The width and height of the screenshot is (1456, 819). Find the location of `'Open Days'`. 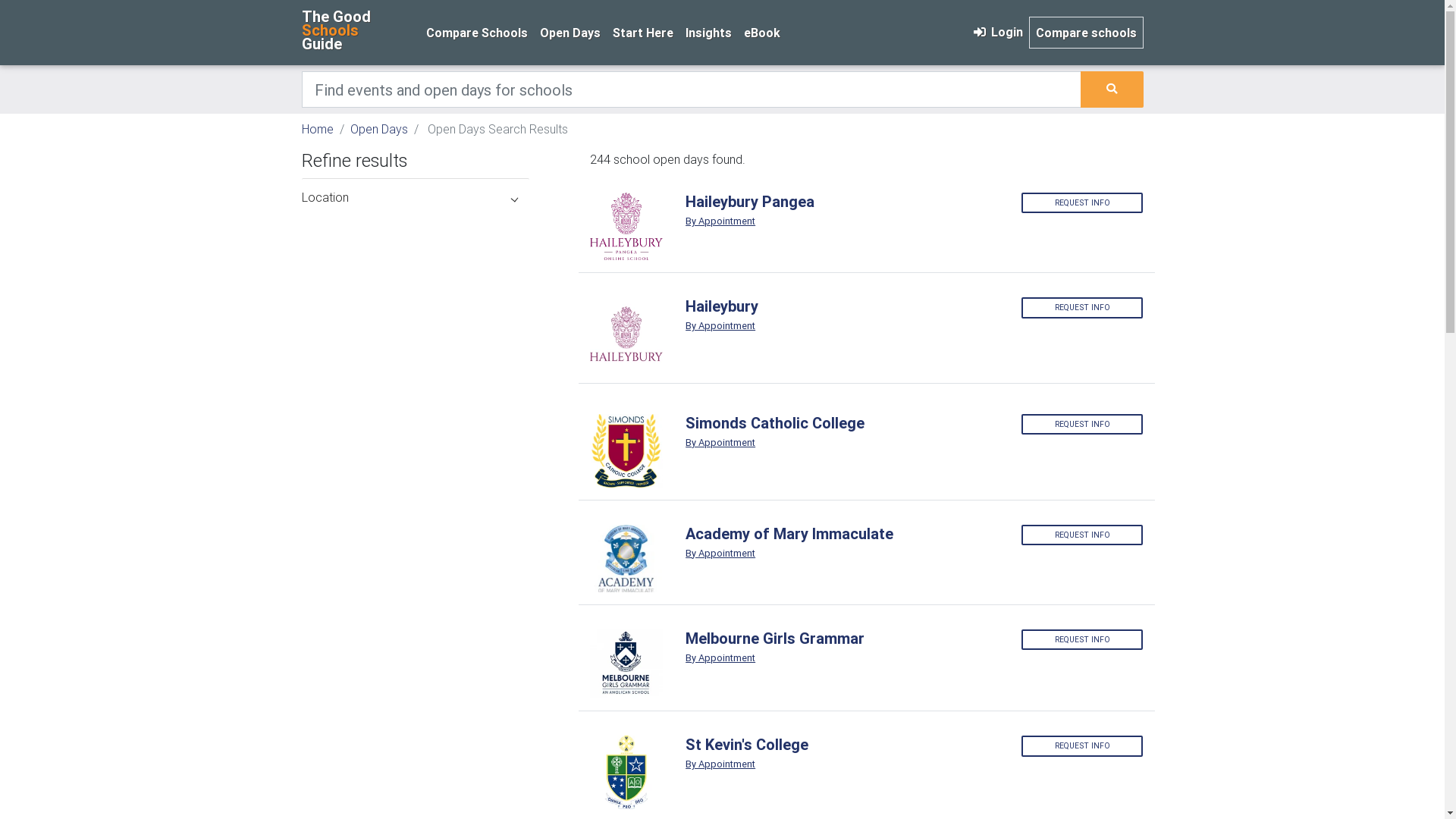

'Open Days' is located at coordinates (349, 127).